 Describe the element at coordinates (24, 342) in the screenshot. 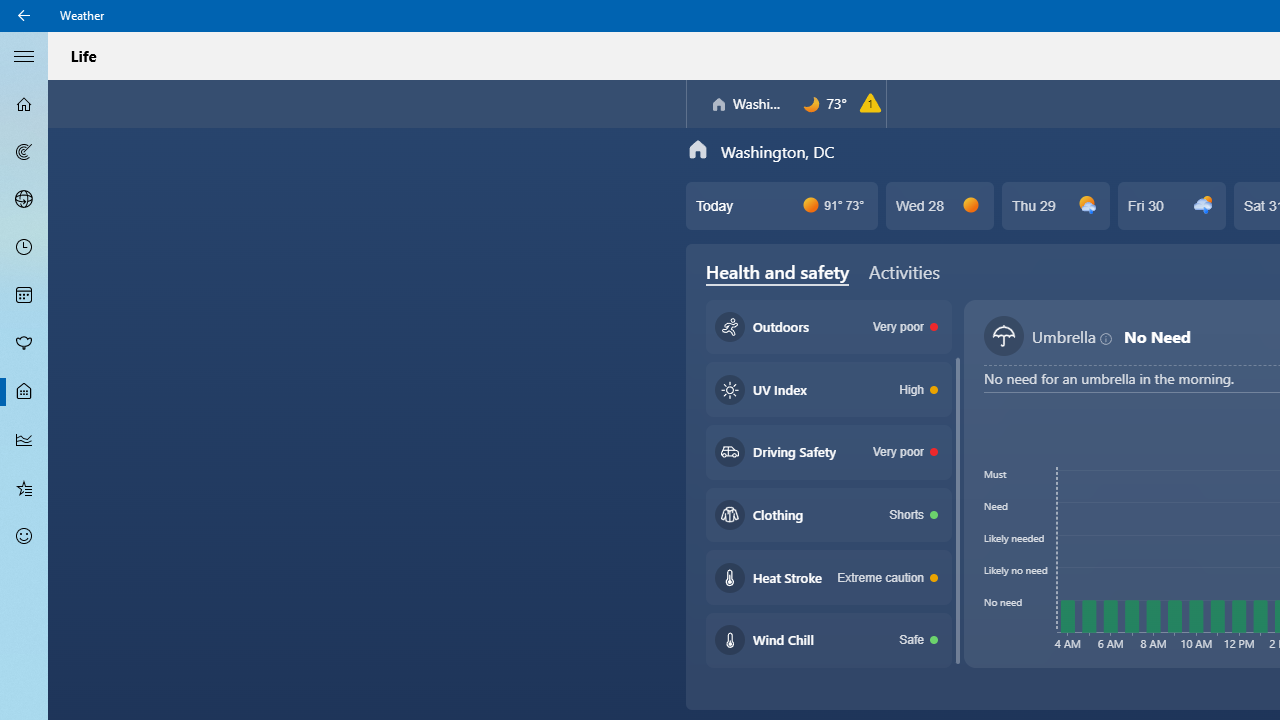

I see `'Pollen - Not Selected'` at that location.